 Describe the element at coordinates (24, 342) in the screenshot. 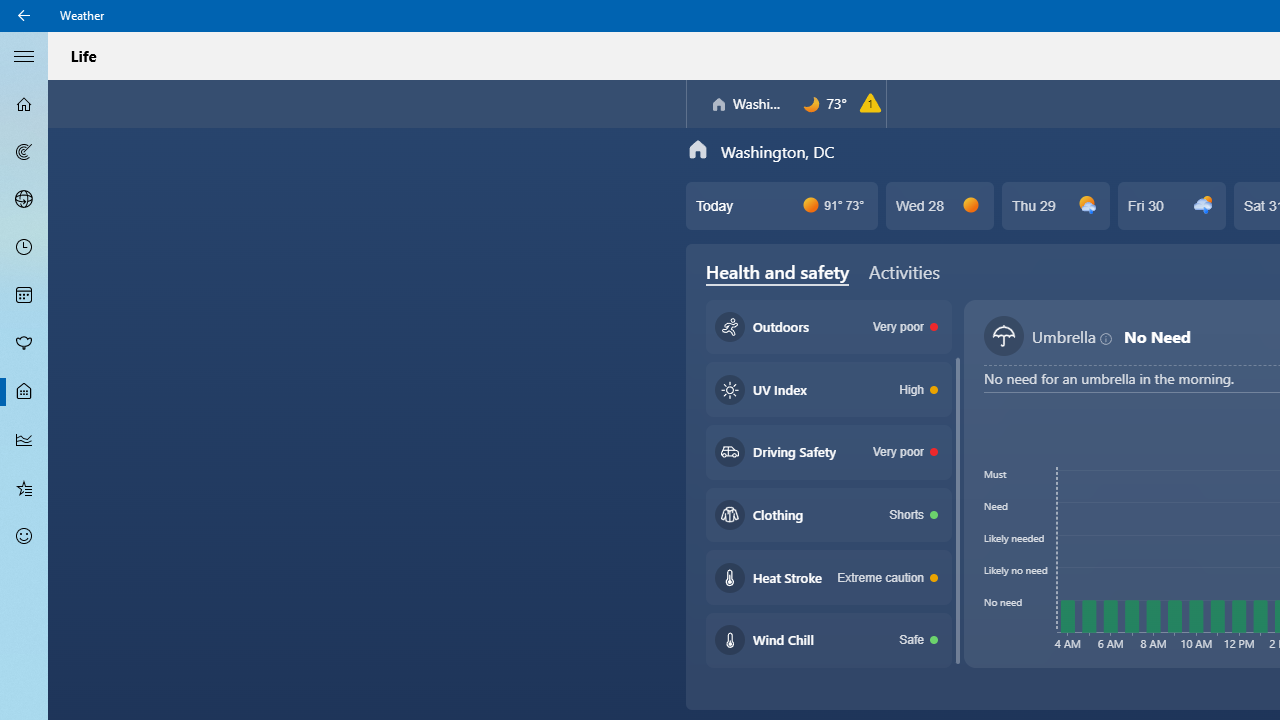

I see `'Pollen - Not Selected'` at that location.